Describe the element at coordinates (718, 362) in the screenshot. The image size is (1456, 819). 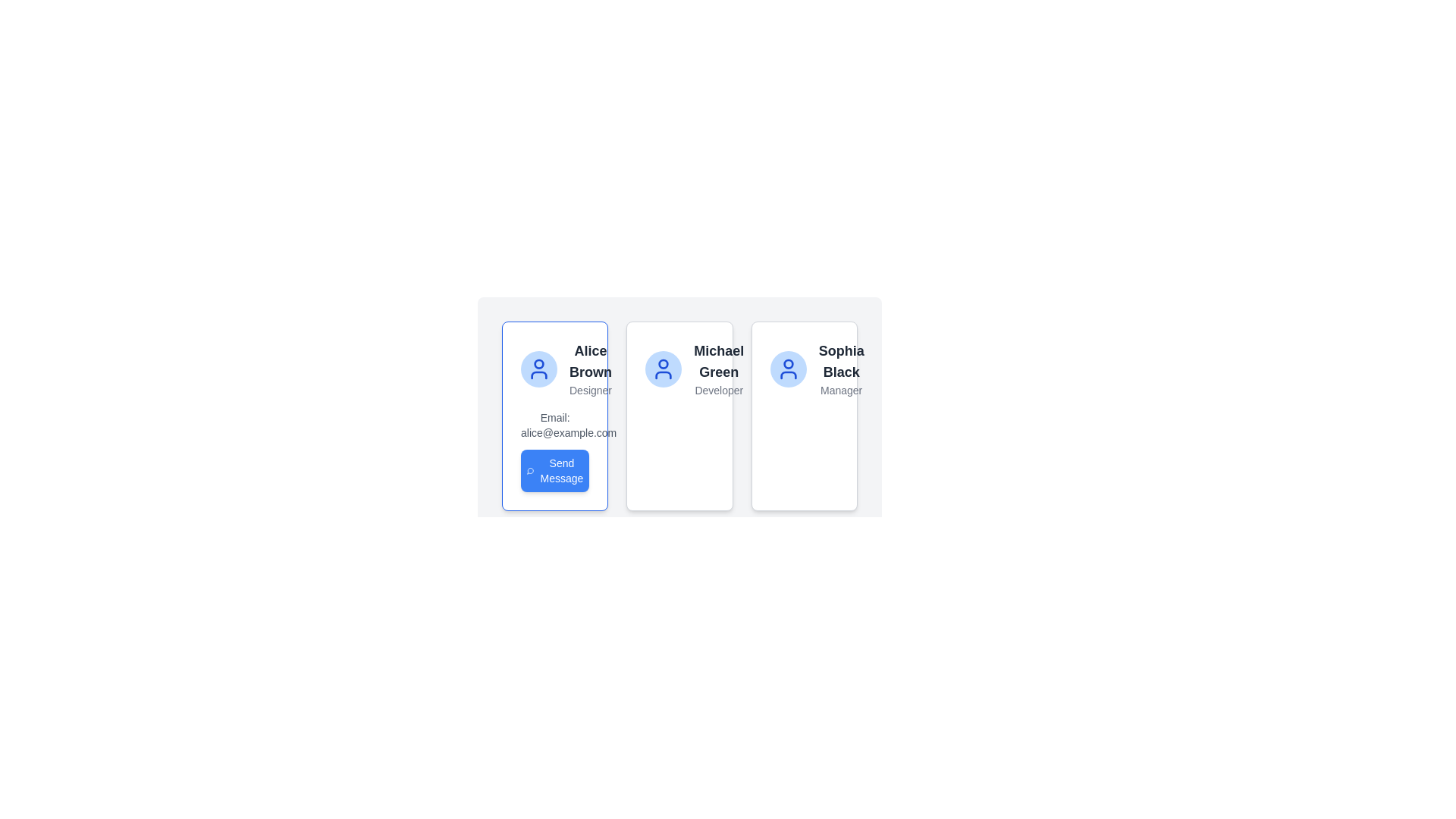
I see `the text displaying the name 'Michael Green' located at the top section of the middle card in a horizontally aligned set of three cards` at that location.